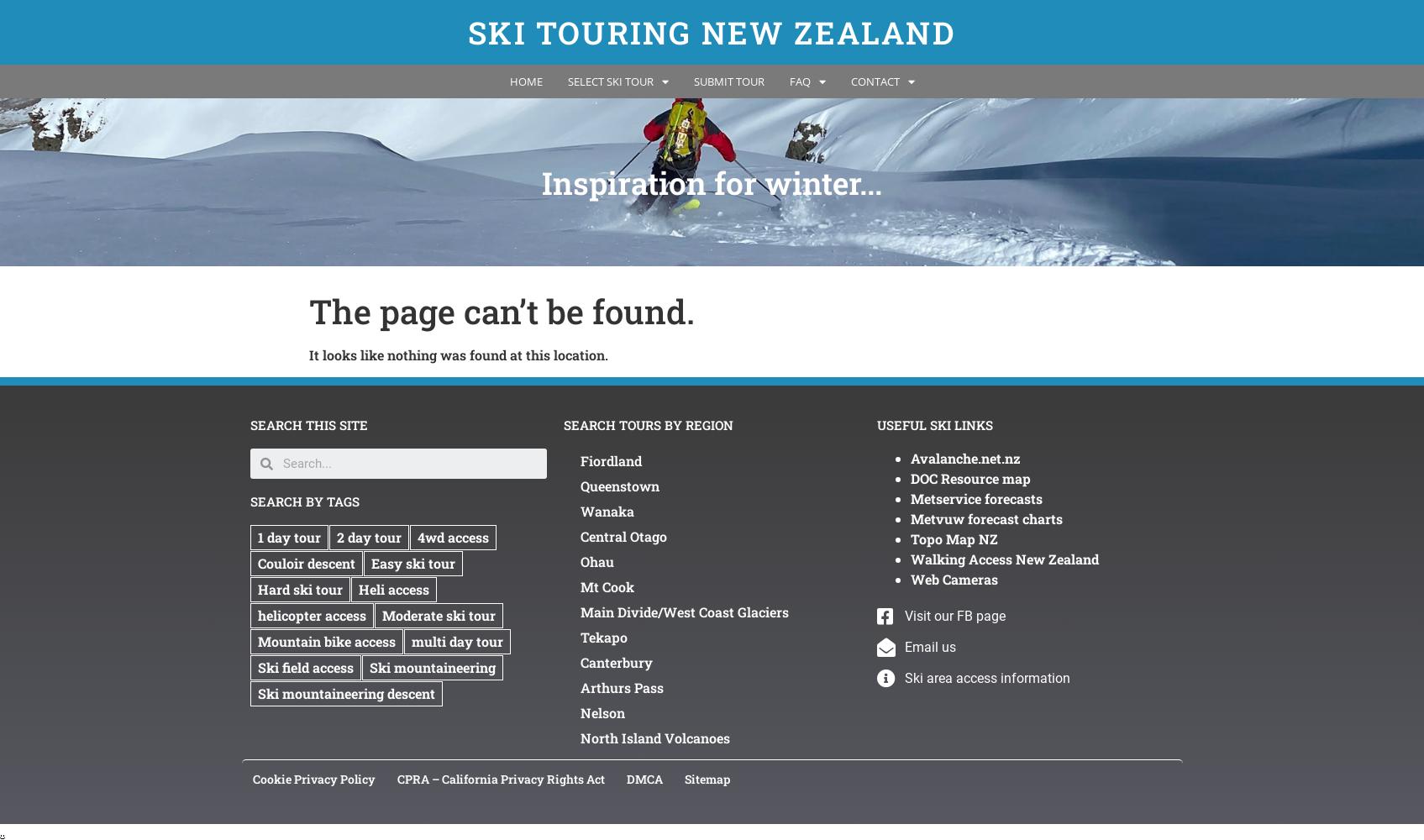  Describe the element at coordinates (608, 81) in the screenshot. I see `'Select Ski Tour'` at that location.